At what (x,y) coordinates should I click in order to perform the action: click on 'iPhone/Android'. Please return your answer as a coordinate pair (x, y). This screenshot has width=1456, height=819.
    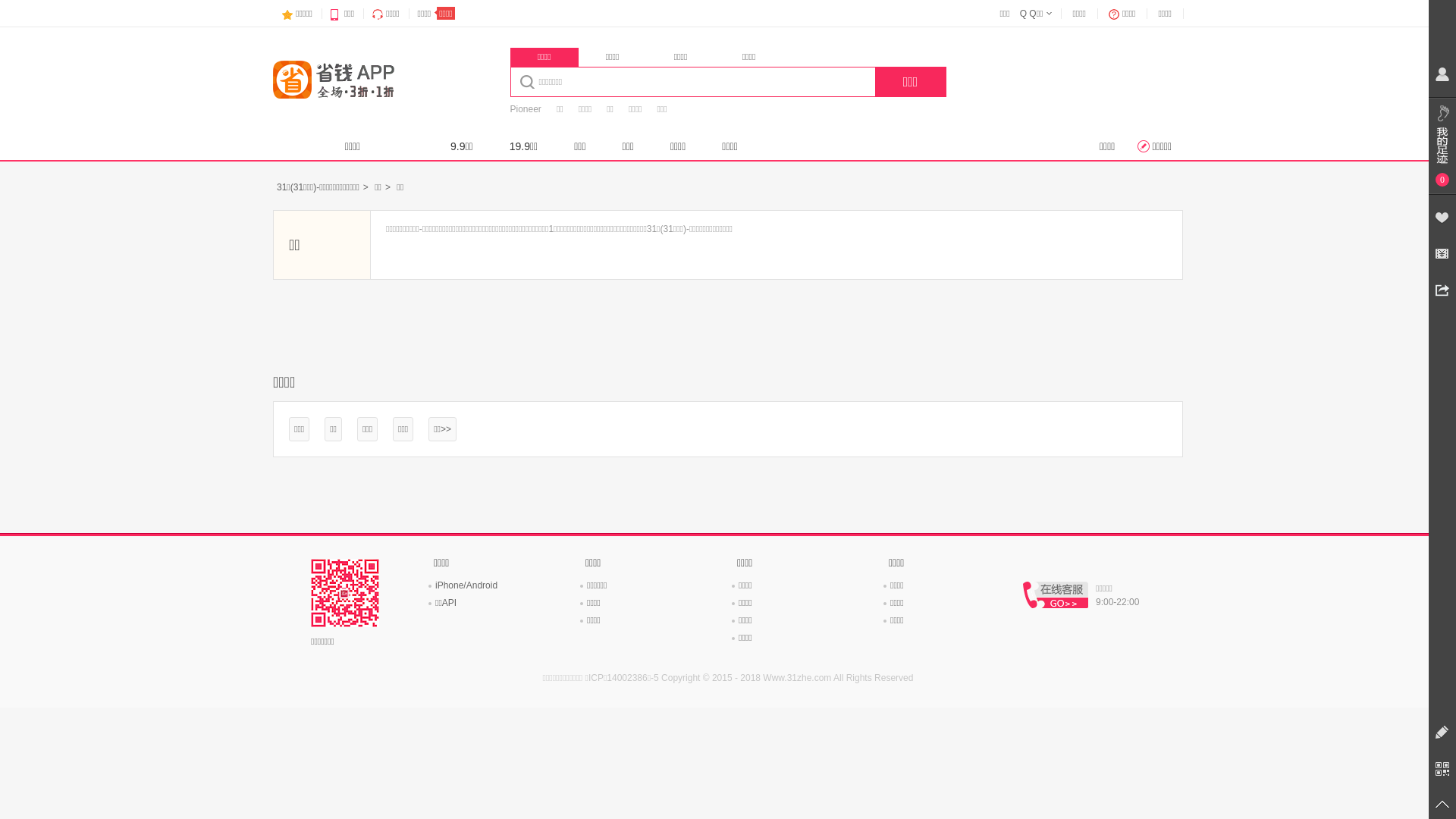
    Looking at the image, I should click on (465, 584).